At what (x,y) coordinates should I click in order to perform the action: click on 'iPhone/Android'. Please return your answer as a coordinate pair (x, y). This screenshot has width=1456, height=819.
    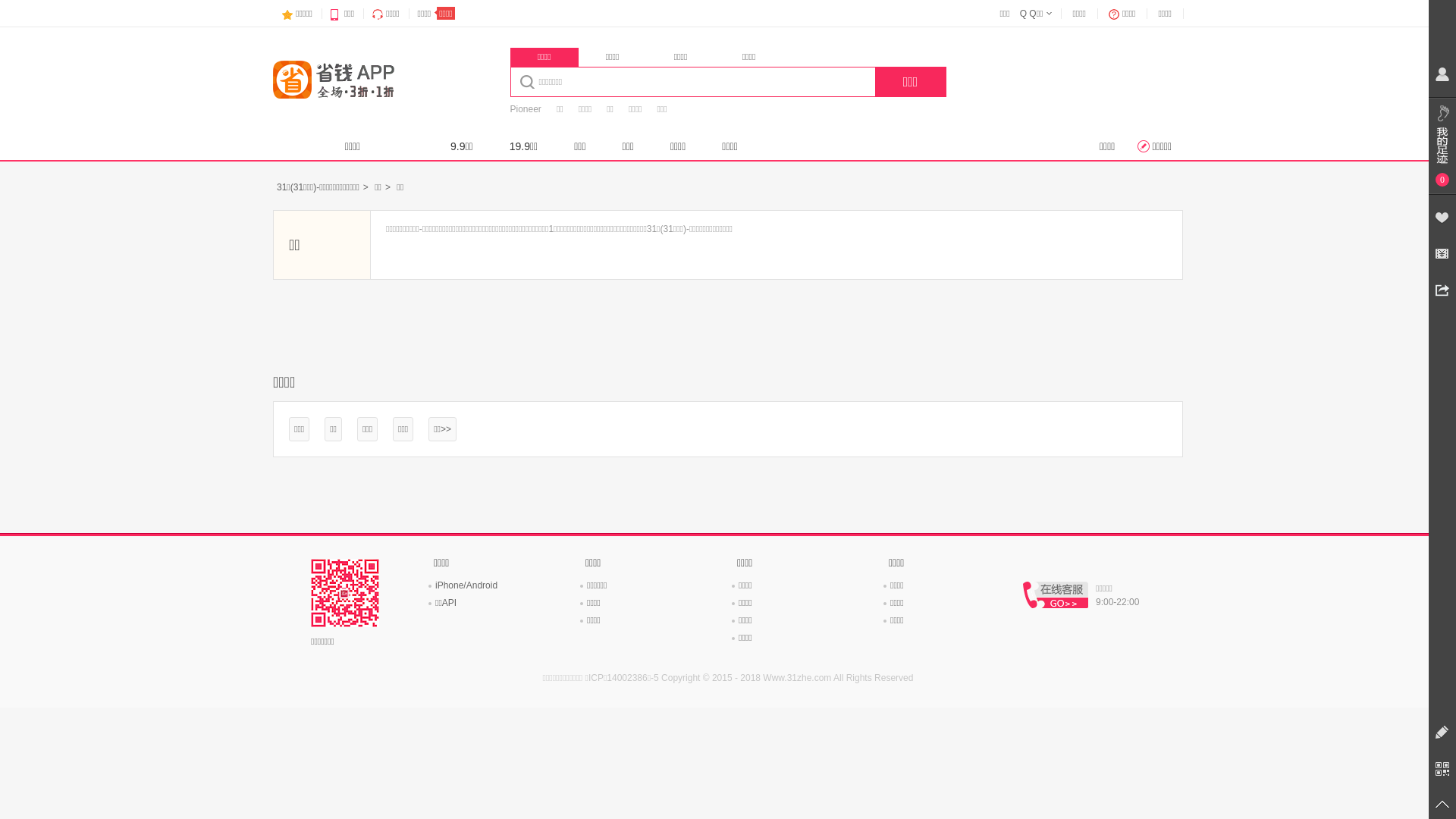
    Looking at the image, I should click on (465, 584).